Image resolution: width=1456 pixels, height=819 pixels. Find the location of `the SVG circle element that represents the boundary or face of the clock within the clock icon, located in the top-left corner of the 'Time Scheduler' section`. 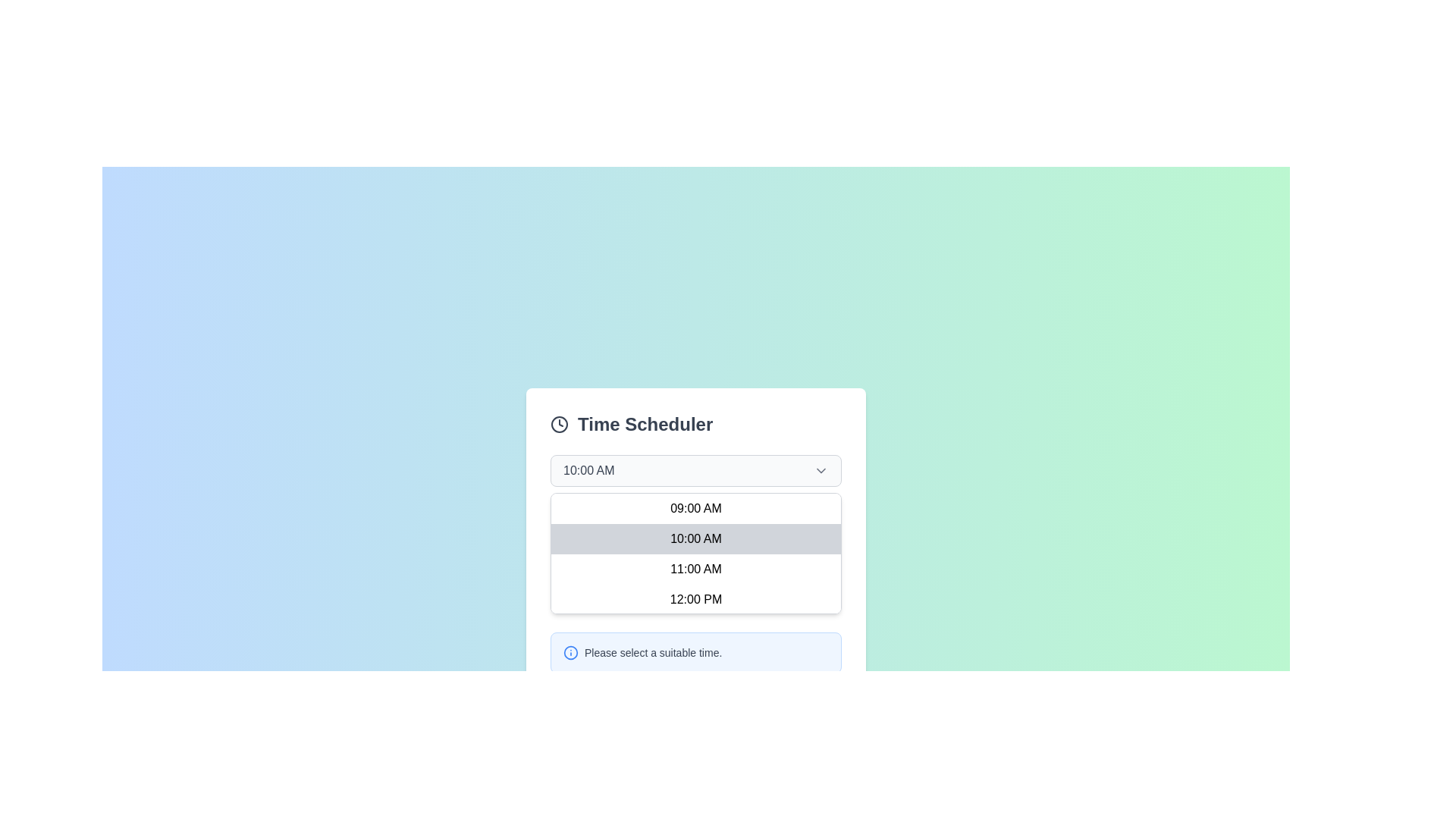

the SVG circle element that represents the boundary or face of the clock within the clock icon, located in the top-left corner of the 'Time Scheduler' section is located at coordinates (559, 424).